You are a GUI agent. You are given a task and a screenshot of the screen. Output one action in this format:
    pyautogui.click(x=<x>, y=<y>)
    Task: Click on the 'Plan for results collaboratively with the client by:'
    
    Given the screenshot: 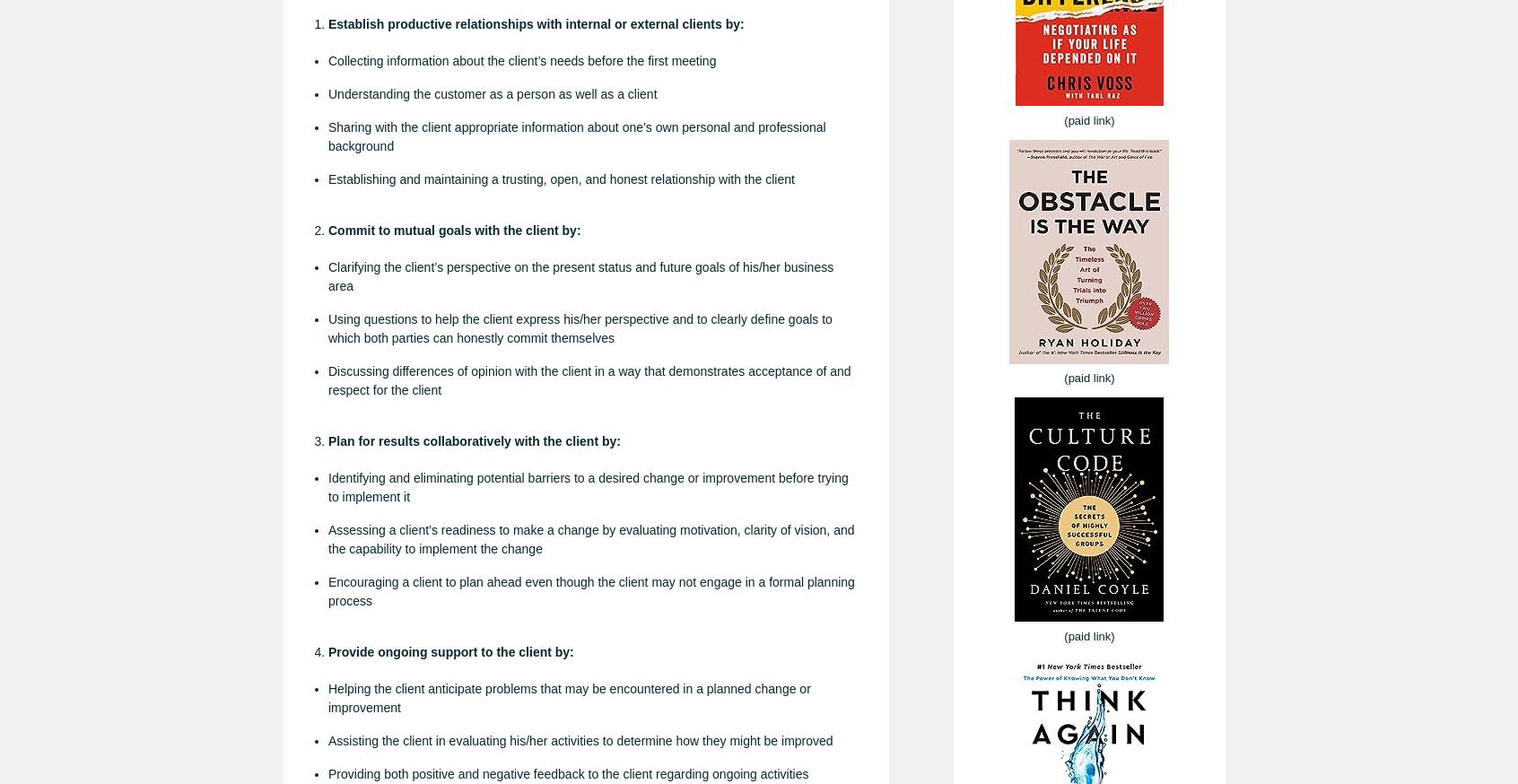 What is the action you would take?
    pyautogui.click(x=474, y=440)
    